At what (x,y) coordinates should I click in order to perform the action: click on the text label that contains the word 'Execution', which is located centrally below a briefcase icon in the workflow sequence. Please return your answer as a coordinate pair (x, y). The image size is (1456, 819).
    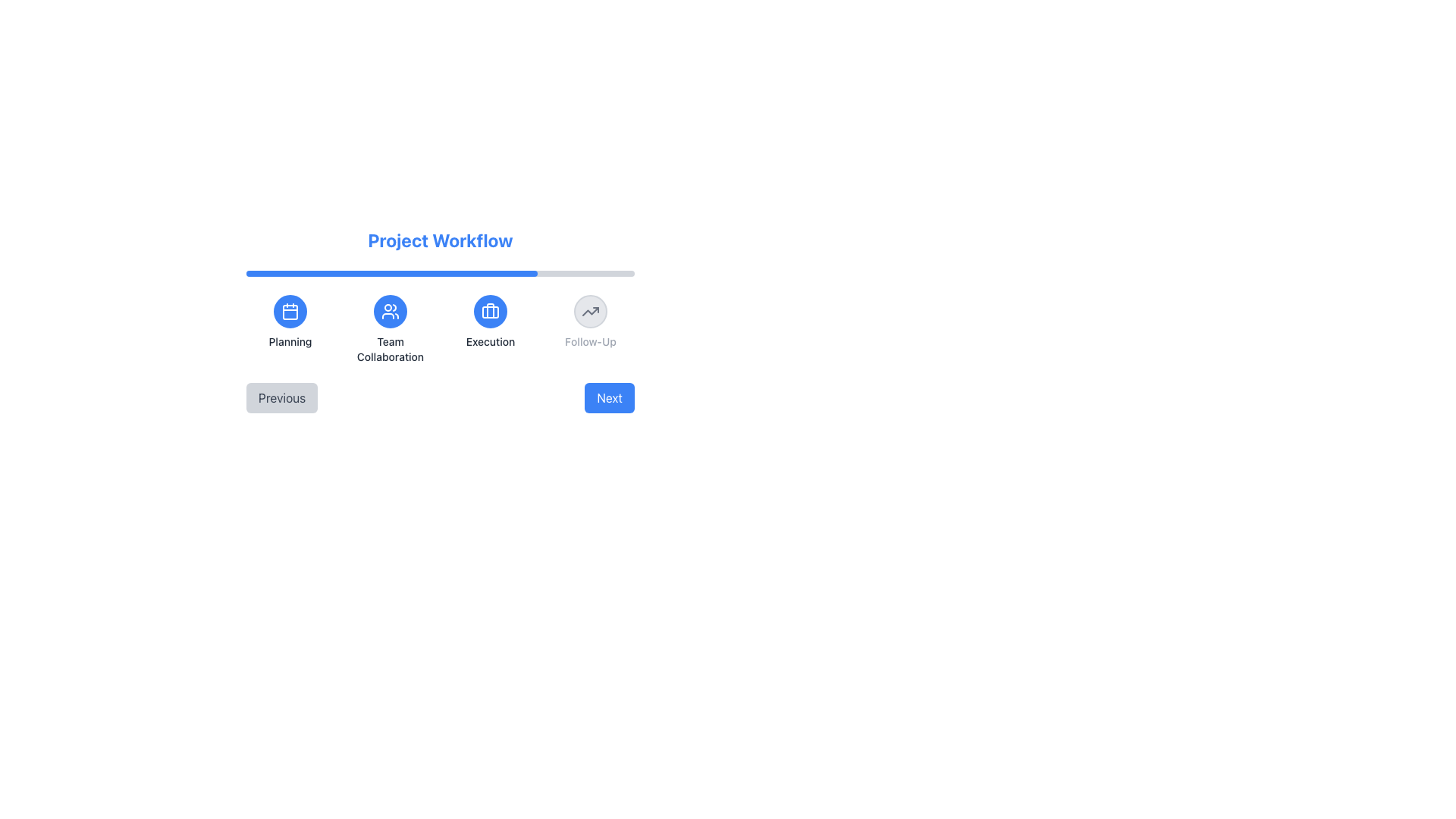
    Looking at the image, I should click on (491, 342).